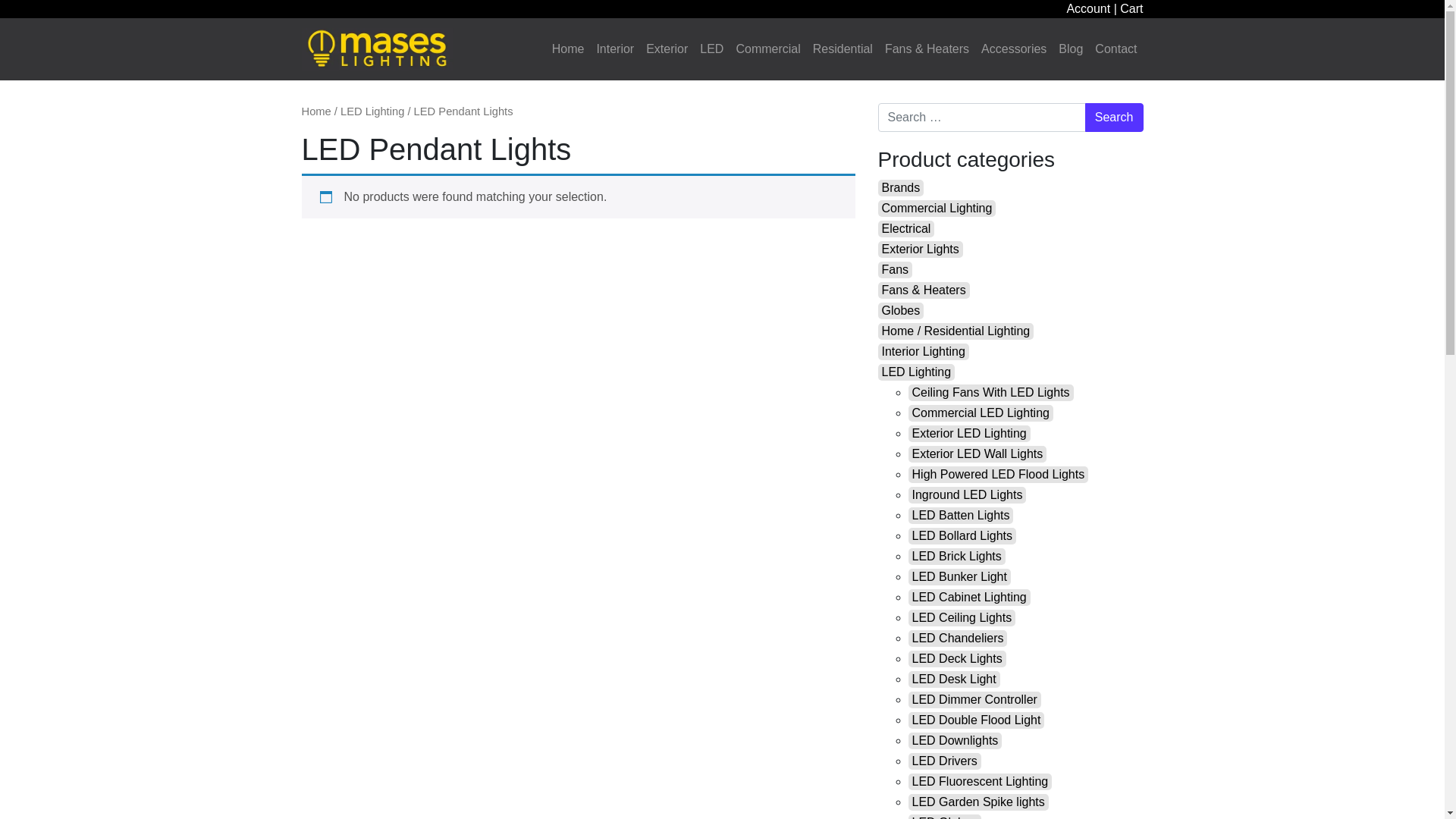 The image size is (1456, 819). Describe the element at coordinates (908, 596) in the screenshot. I see `'LED Cabinet Lighting'` at that location.